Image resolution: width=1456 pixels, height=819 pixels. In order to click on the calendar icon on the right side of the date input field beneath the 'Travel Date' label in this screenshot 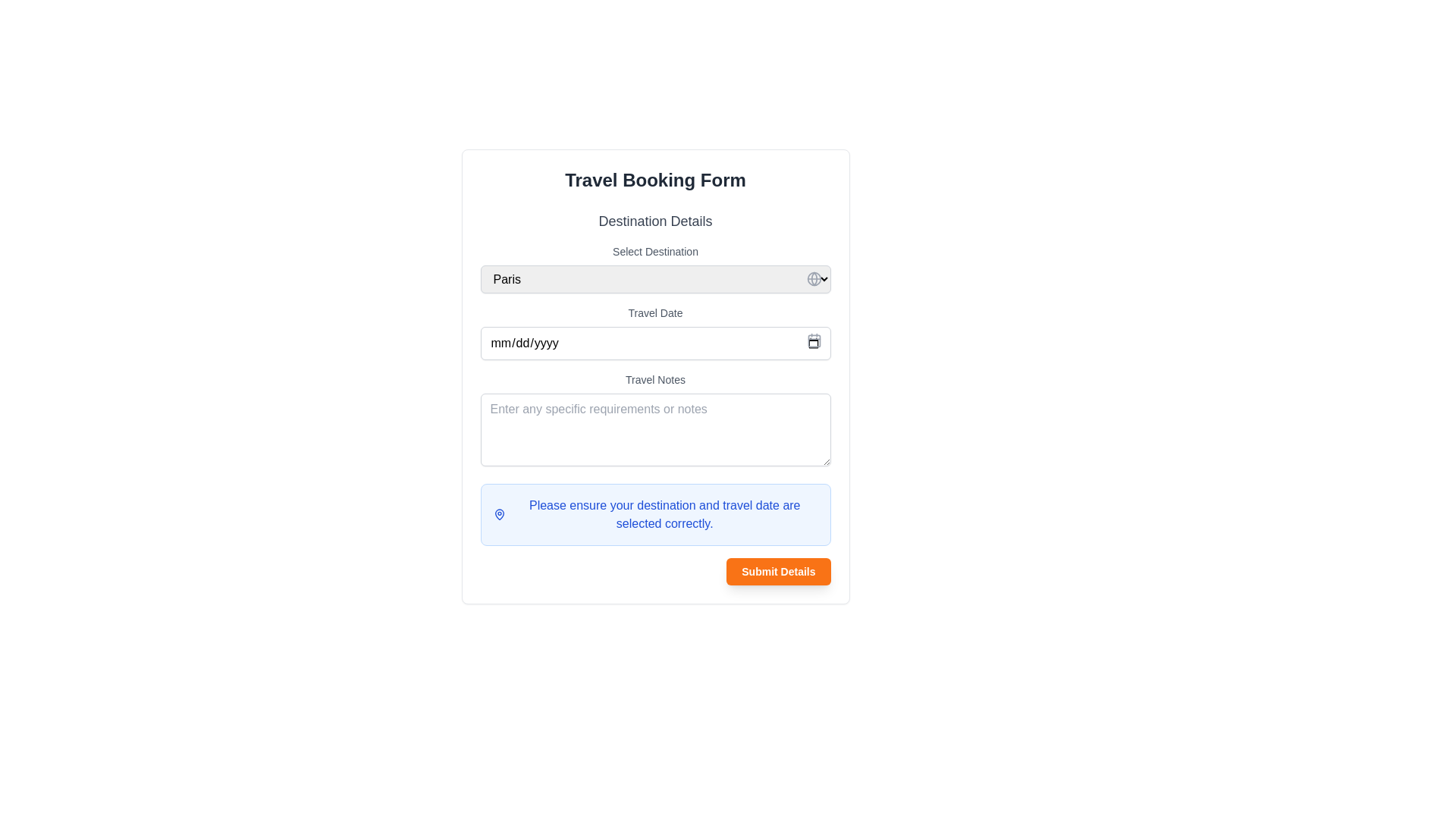, I will do `click(655, 343)`.